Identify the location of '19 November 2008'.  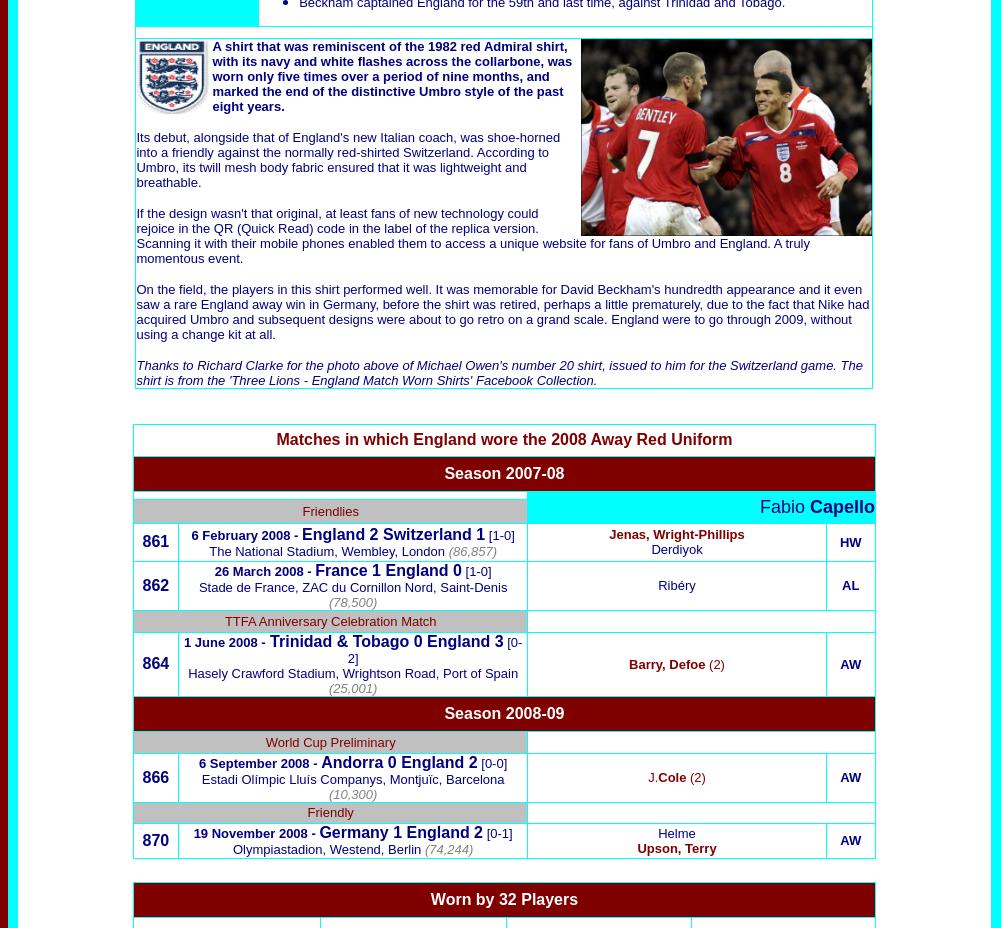
(249, 833).